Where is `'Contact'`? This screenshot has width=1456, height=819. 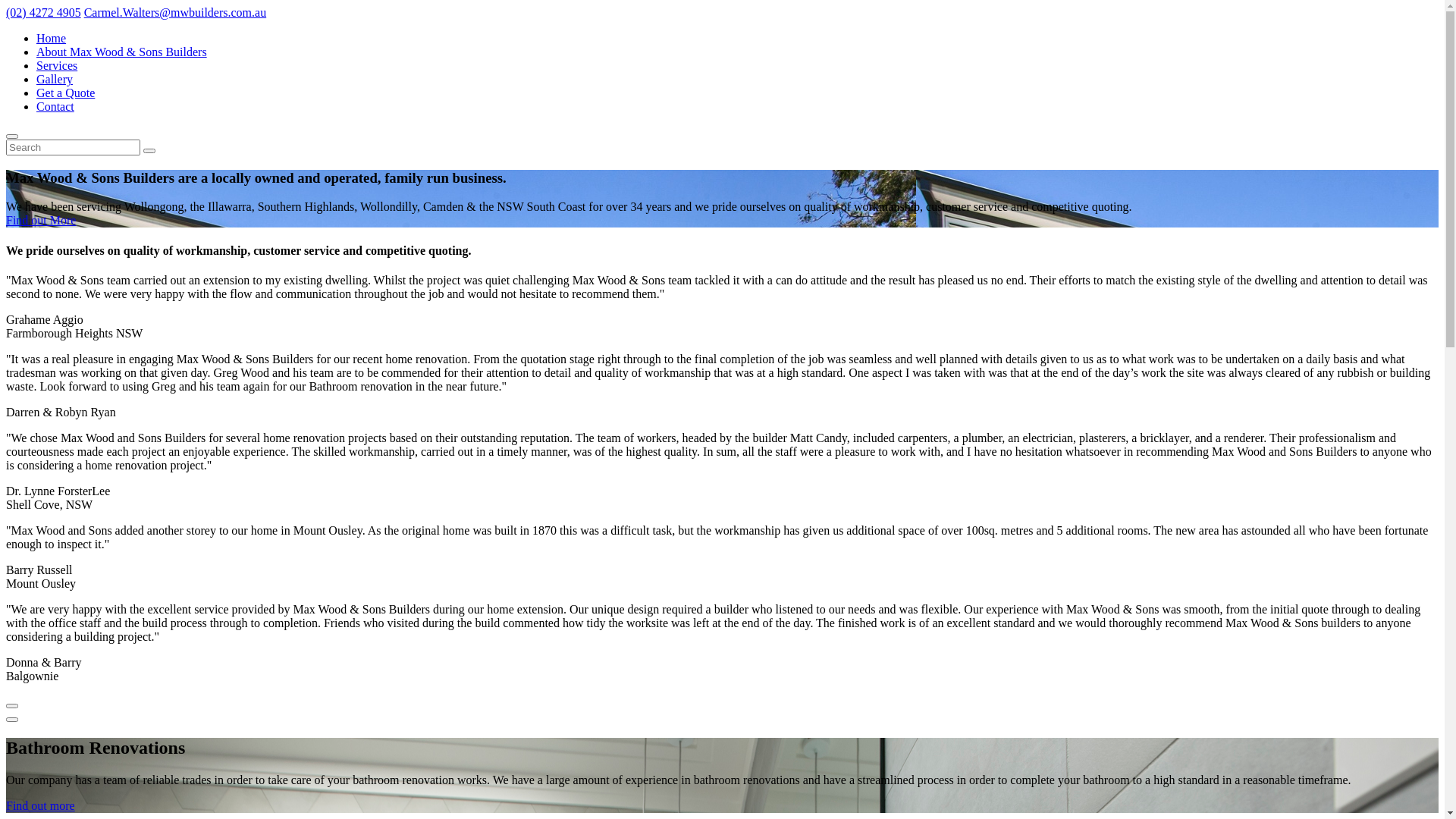
'Contact' is located at coordinates (55, 105).